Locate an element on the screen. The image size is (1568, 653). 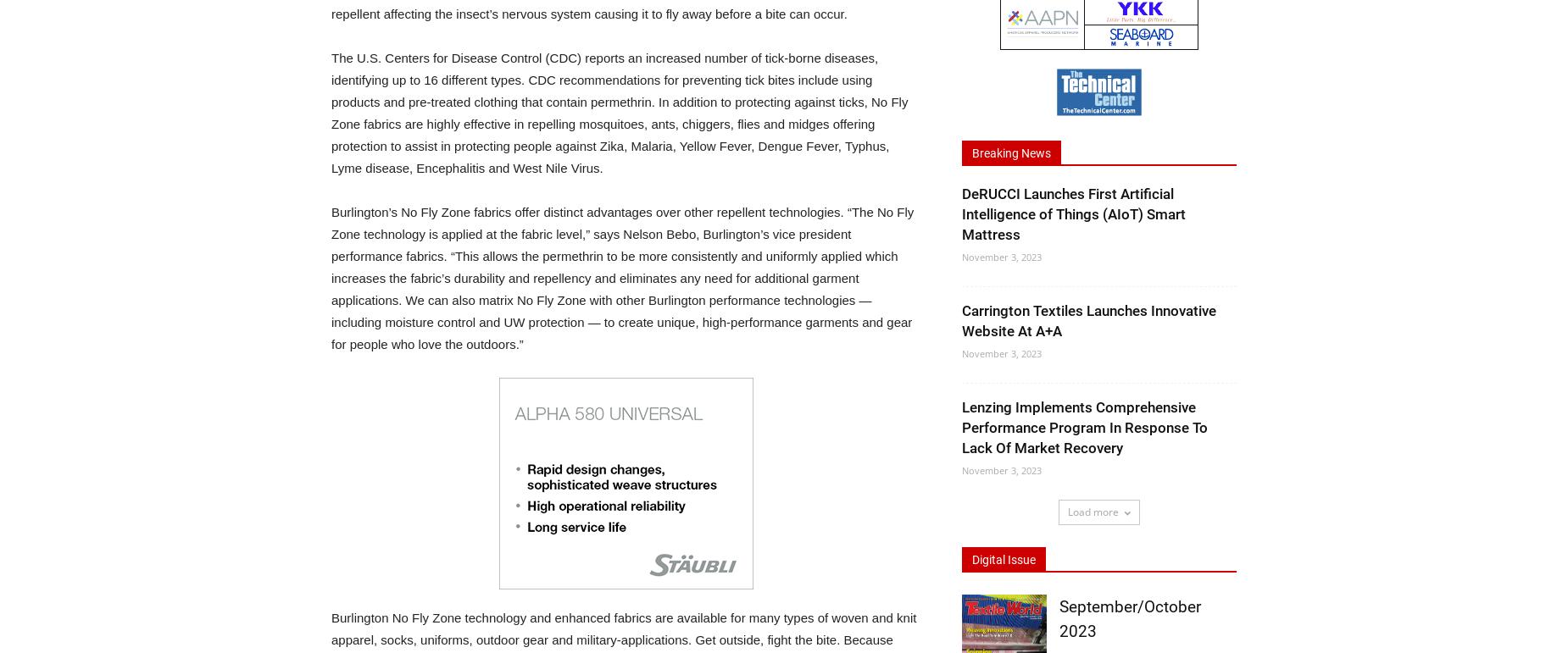
'Carrington Textiles Launches Innovative Website At A+A' is located at coordinates (1088, 321).